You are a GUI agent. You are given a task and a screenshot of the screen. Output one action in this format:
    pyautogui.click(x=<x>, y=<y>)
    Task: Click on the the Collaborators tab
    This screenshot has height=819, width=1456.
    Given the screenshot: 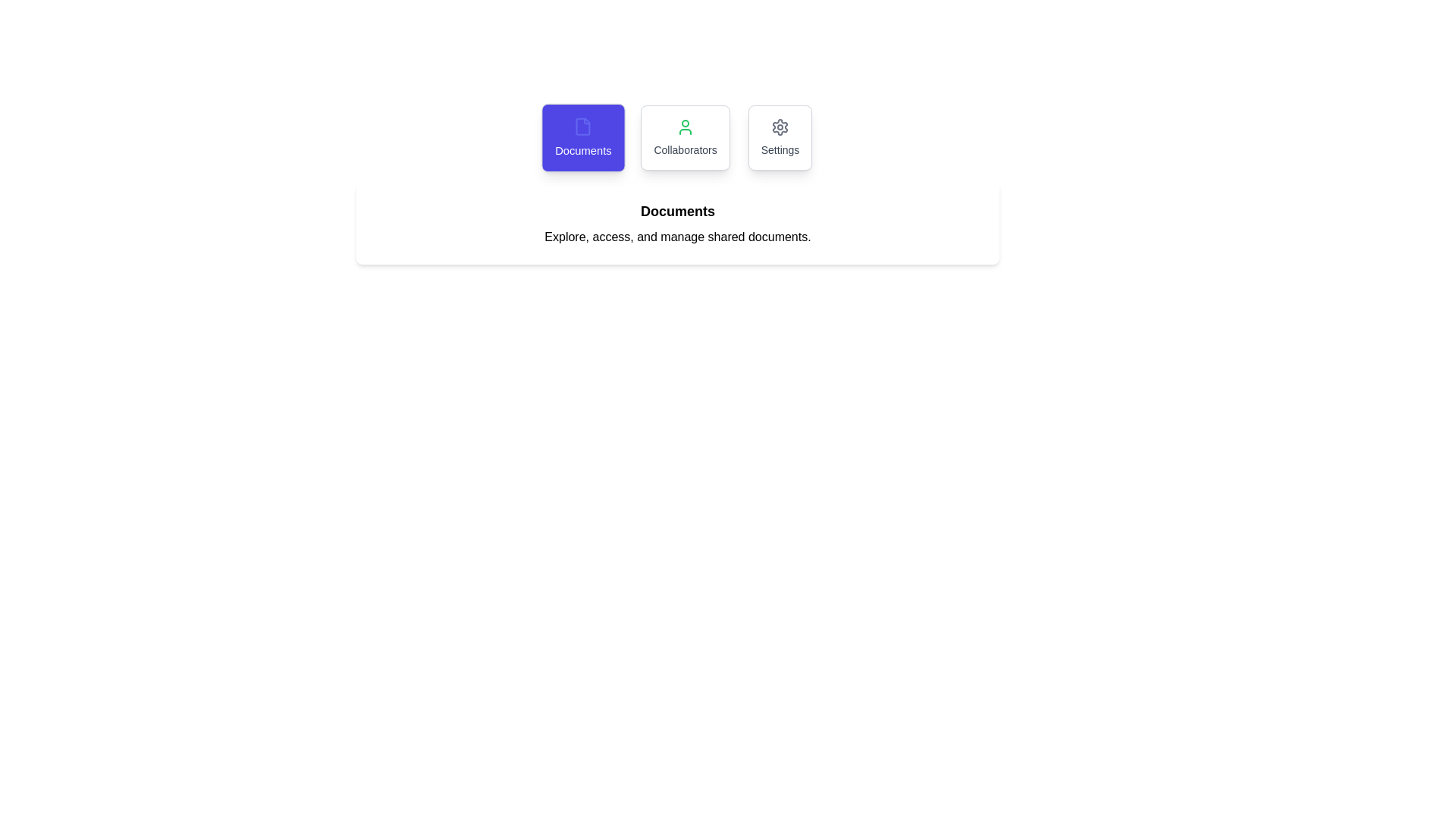 What is the action you would take?
    pyautogui.click(x=685, y=137)
    